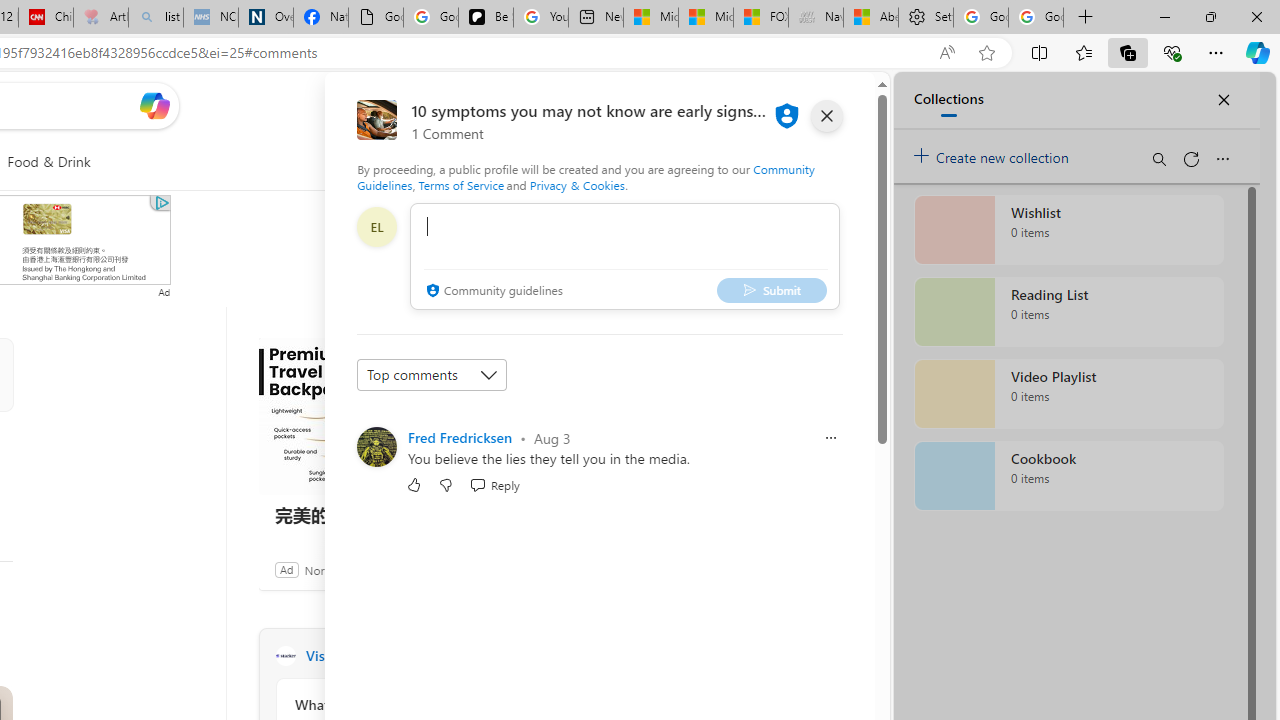 Image resolution: width=1280 pixels, height=720 pixels. What do you see at coordinates (100, 17) in the screenshot?
I see `'Arthritis: Ask Health Professionals - Sleeping'` at bounding box center [100, 17].